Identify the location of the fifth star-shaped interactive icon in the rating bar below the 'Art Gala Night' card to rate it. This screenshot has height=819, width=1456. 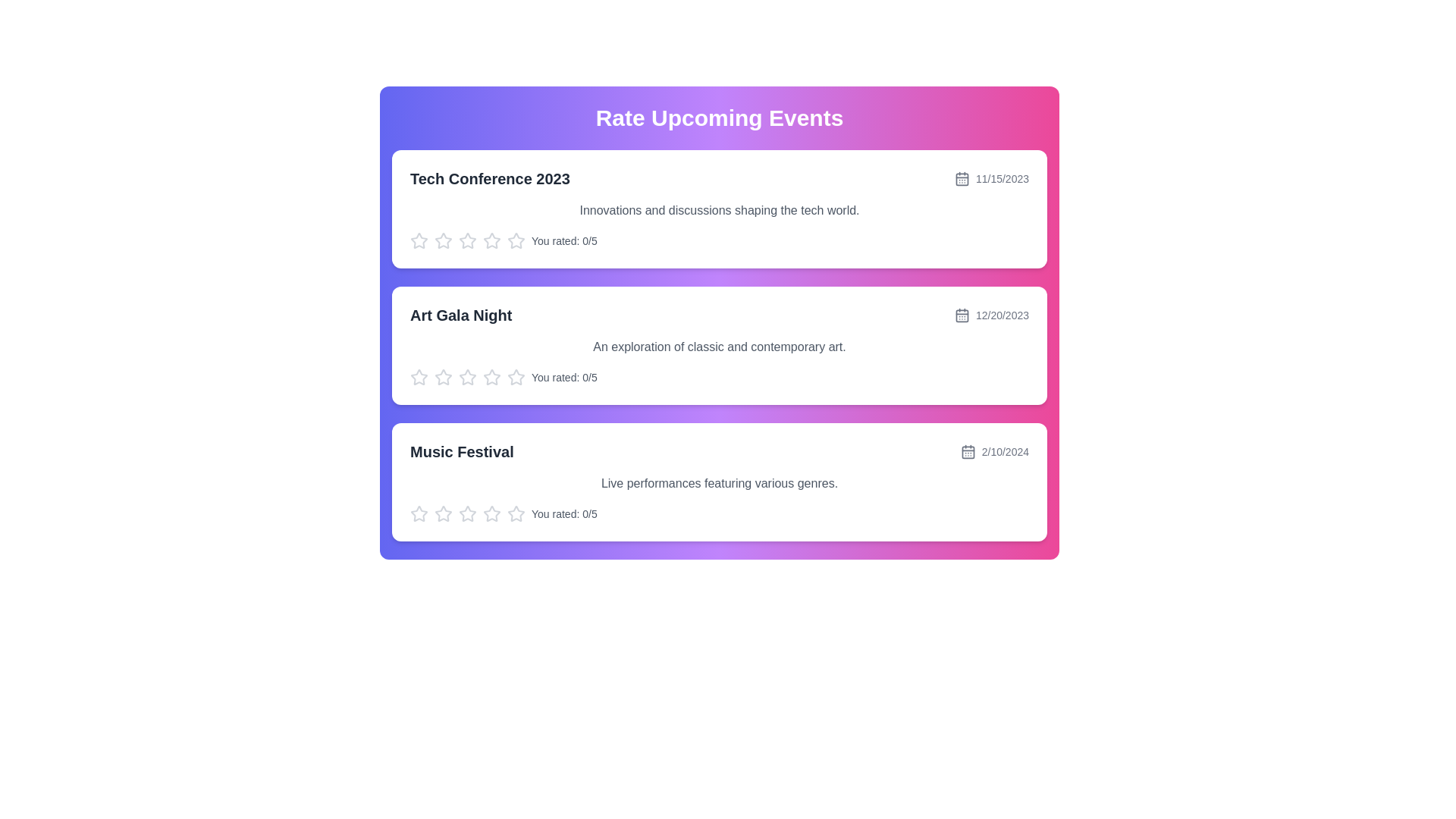
(516, 376).